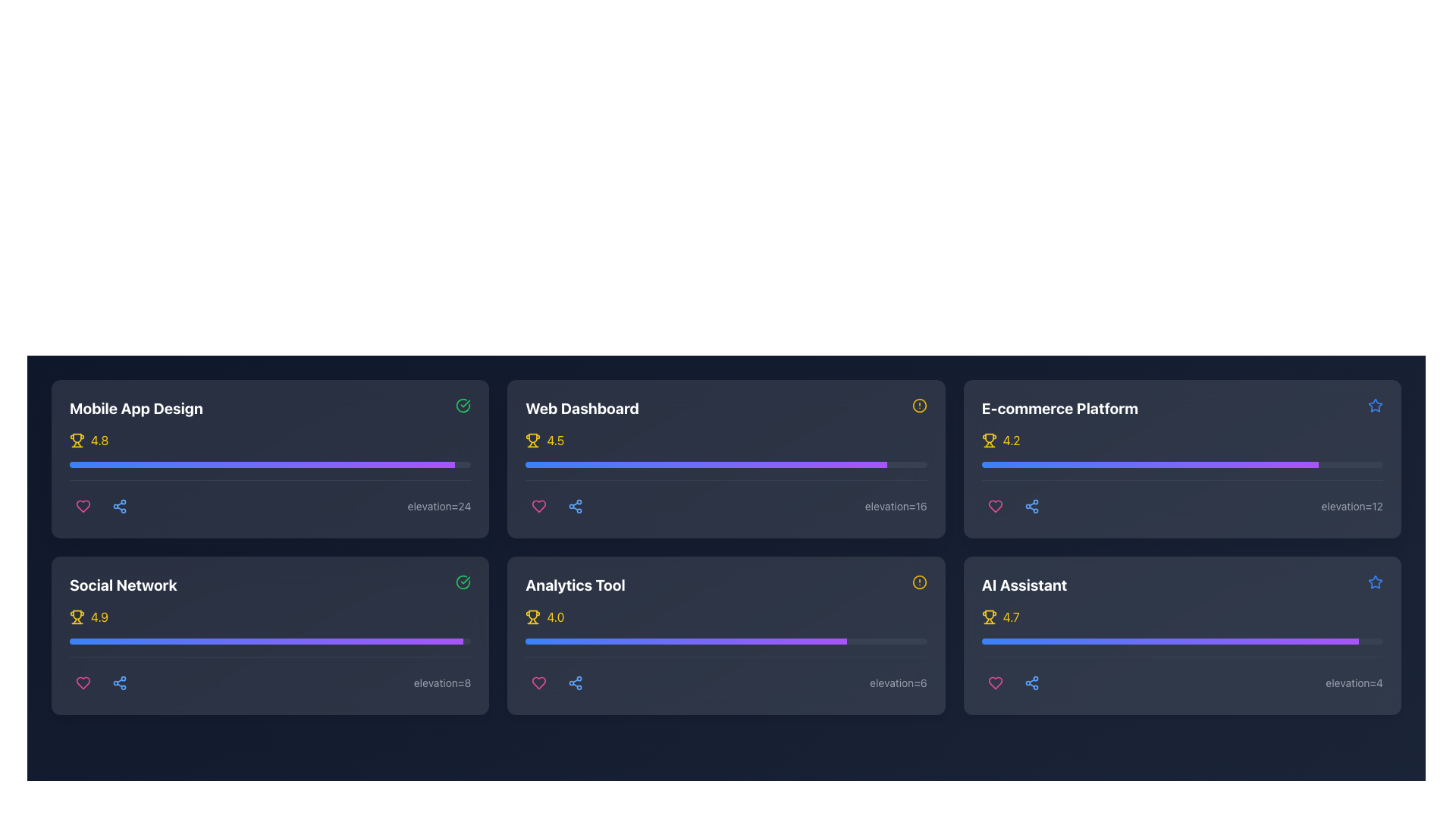 The image size is (1456, 819). Describe the element at coordinates (1031, 506) in the screenshot. I see `the share button located at the bottom right of the 'E-commerce Platform' card` at that location.